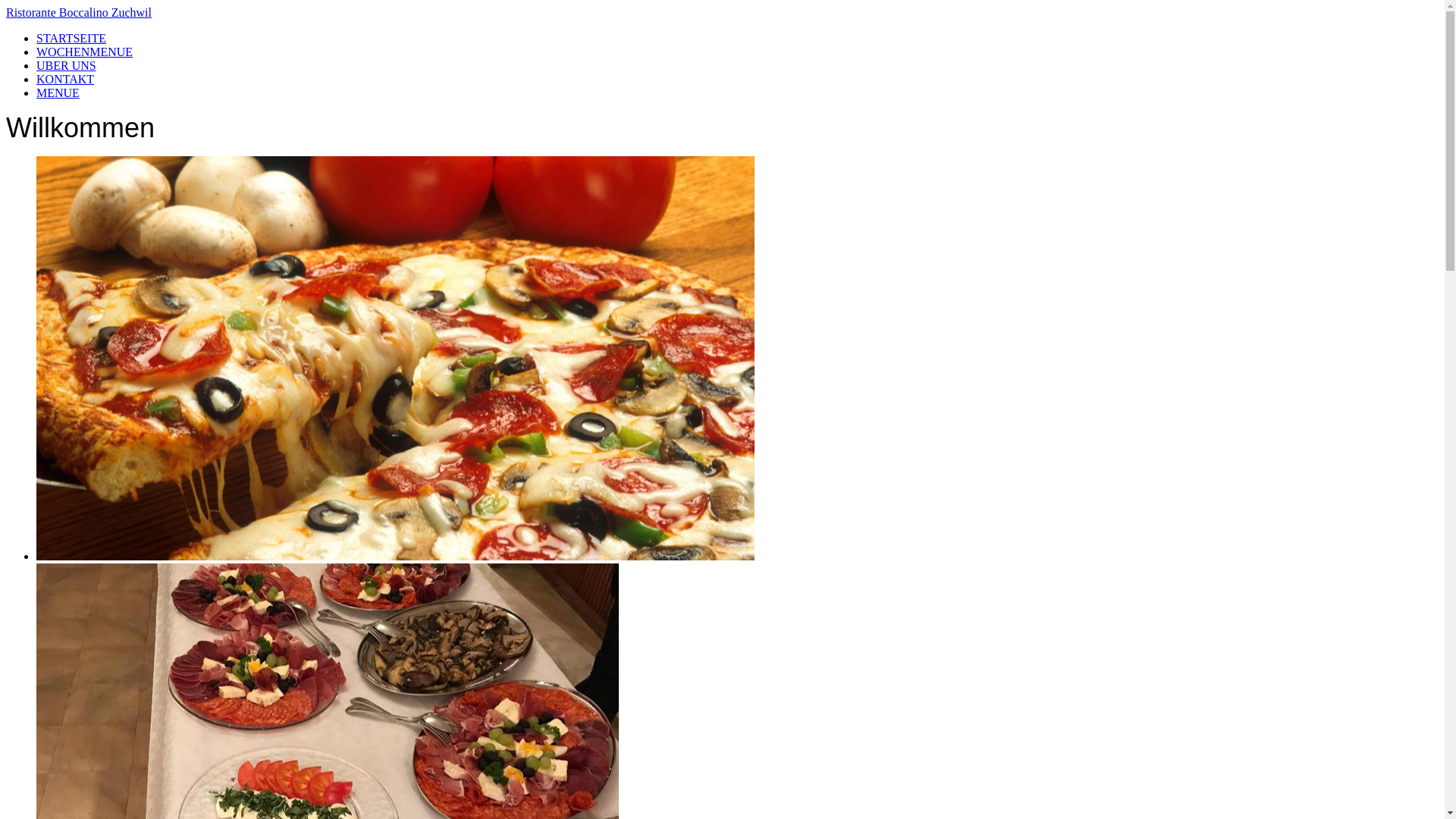  I want to click on 'WOCHENMENUE', so click(83, 51).